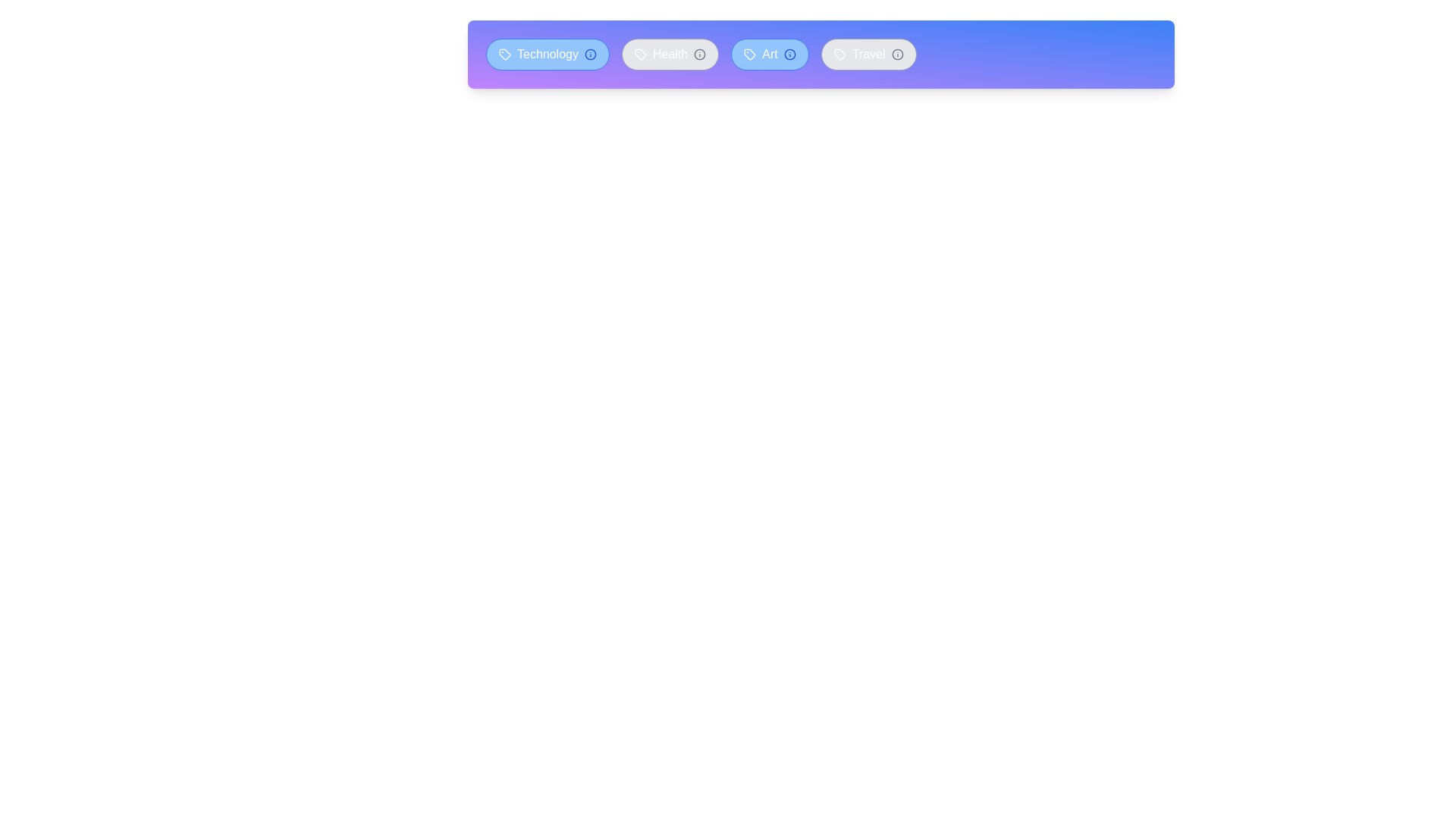 This screenshot has width=1456, height=819. What do you see at coordinates (640, 54) in the screenshot?
I see `the icon within the tag labeled 'Health'` at bounding box center [640, 54].